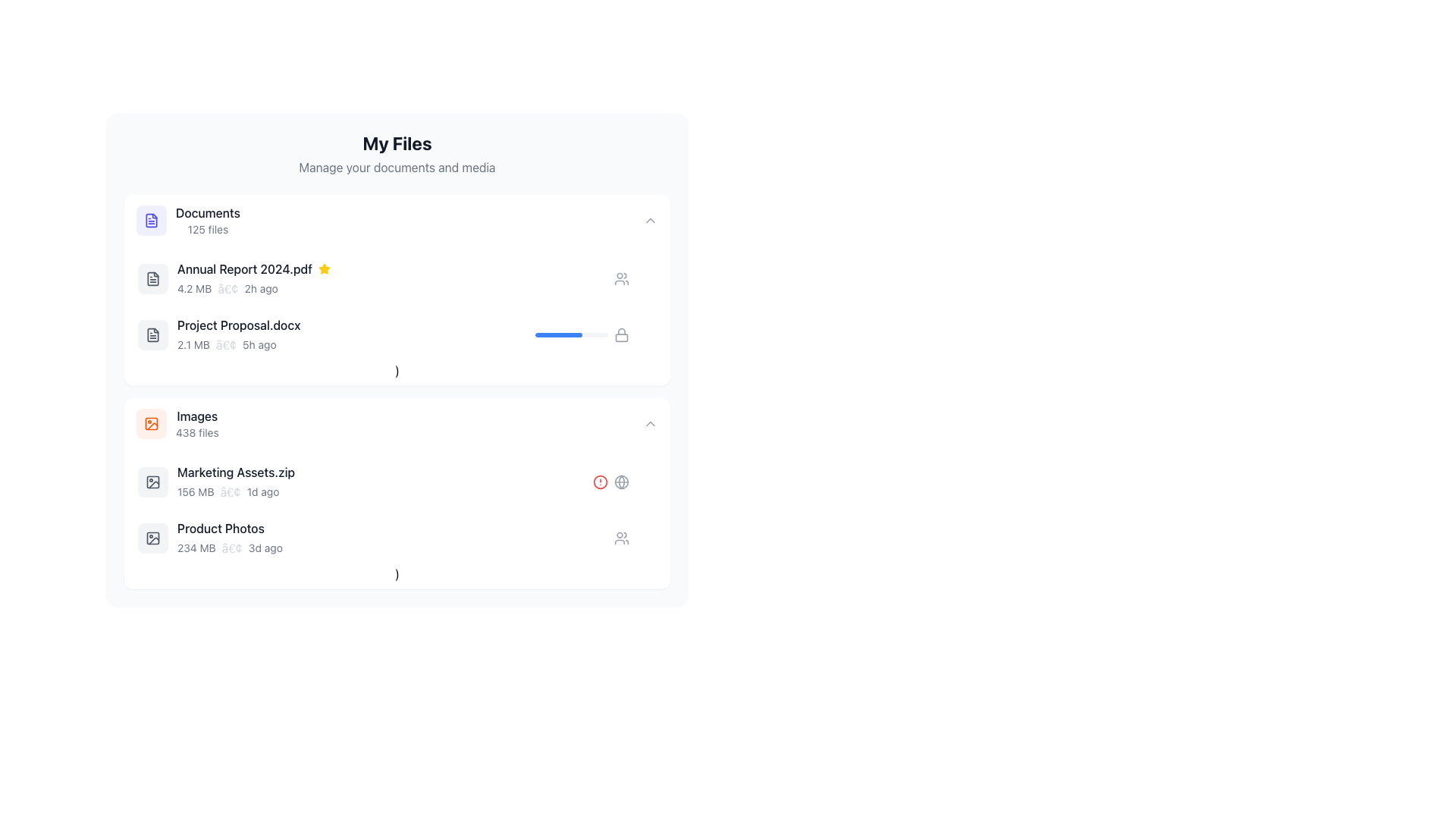  What do you see at coordinates (375, 278) in the screenshot?
I see `the 'Annual Report 2024.pdf' file entry` at bounding box center [375, 278].